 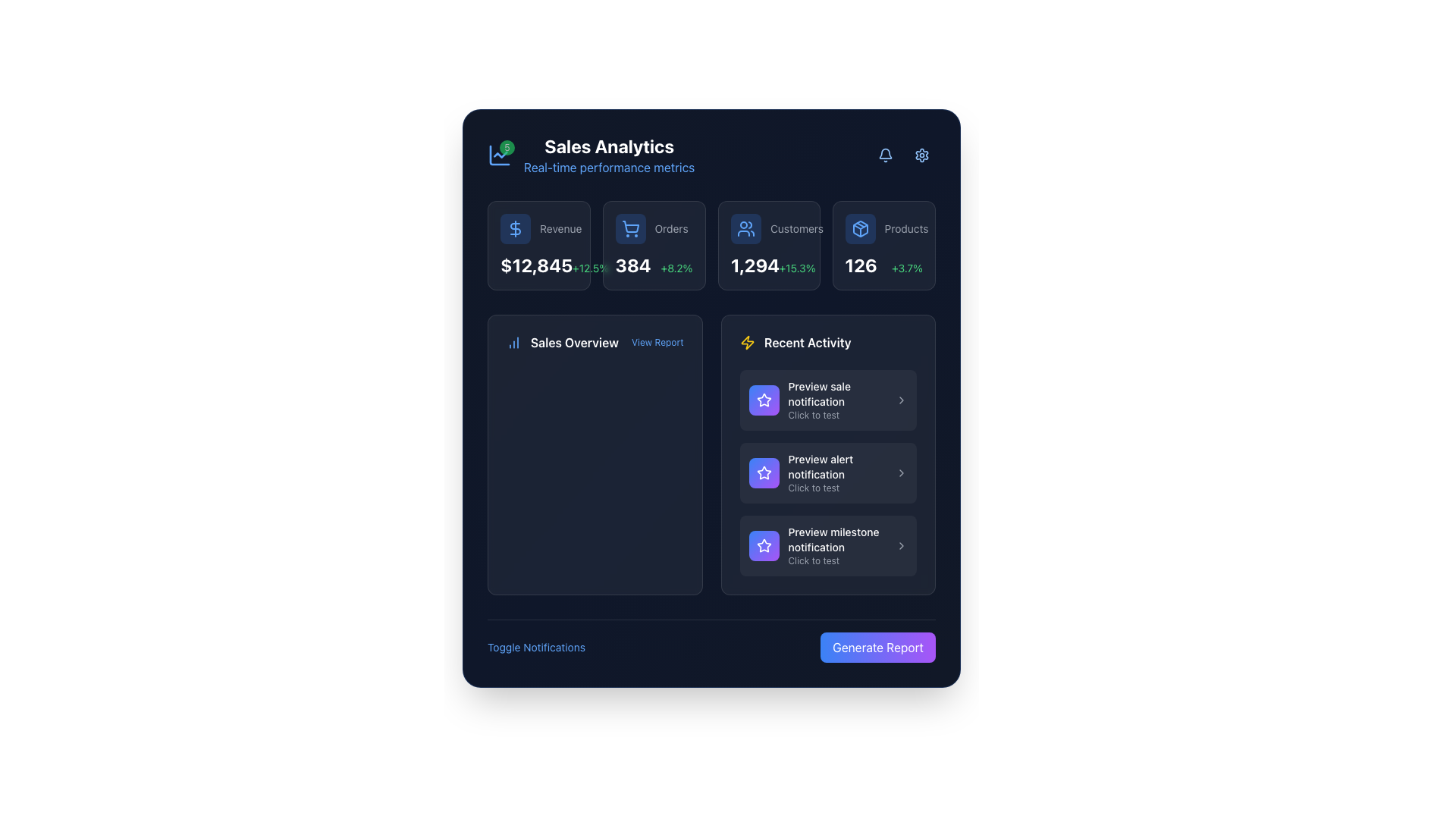 What do you see at coordinates (755, 265) in the screenshot?
I see `the Text display element showing the numeric value '1,294' in bold white font against a dark background, which is part of the 'Customers' information card` at bounding box center [755, 265].